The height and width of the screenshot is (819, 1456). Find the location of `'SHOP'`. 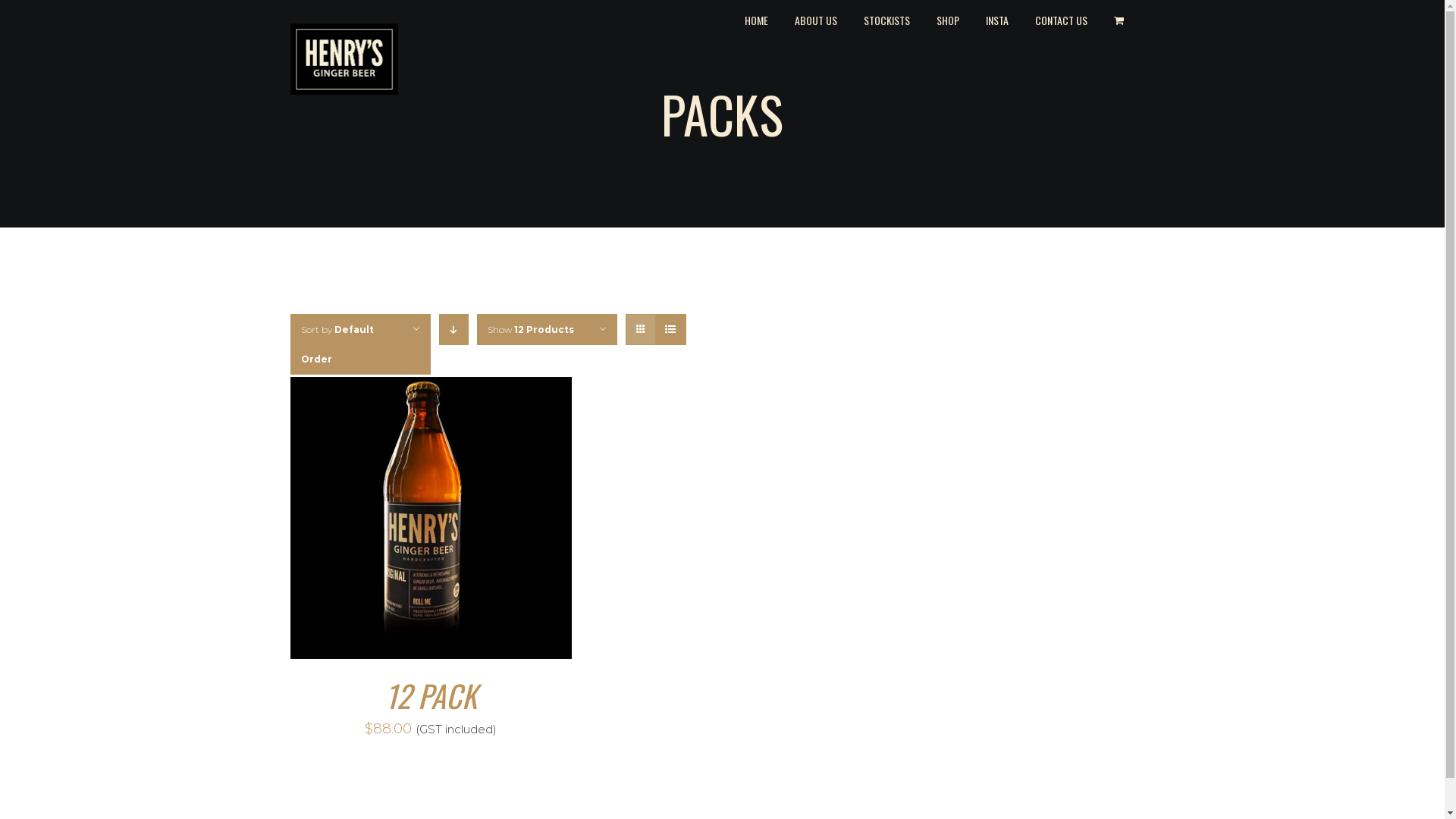

'SHOP' is located at coordinates (946, 18).